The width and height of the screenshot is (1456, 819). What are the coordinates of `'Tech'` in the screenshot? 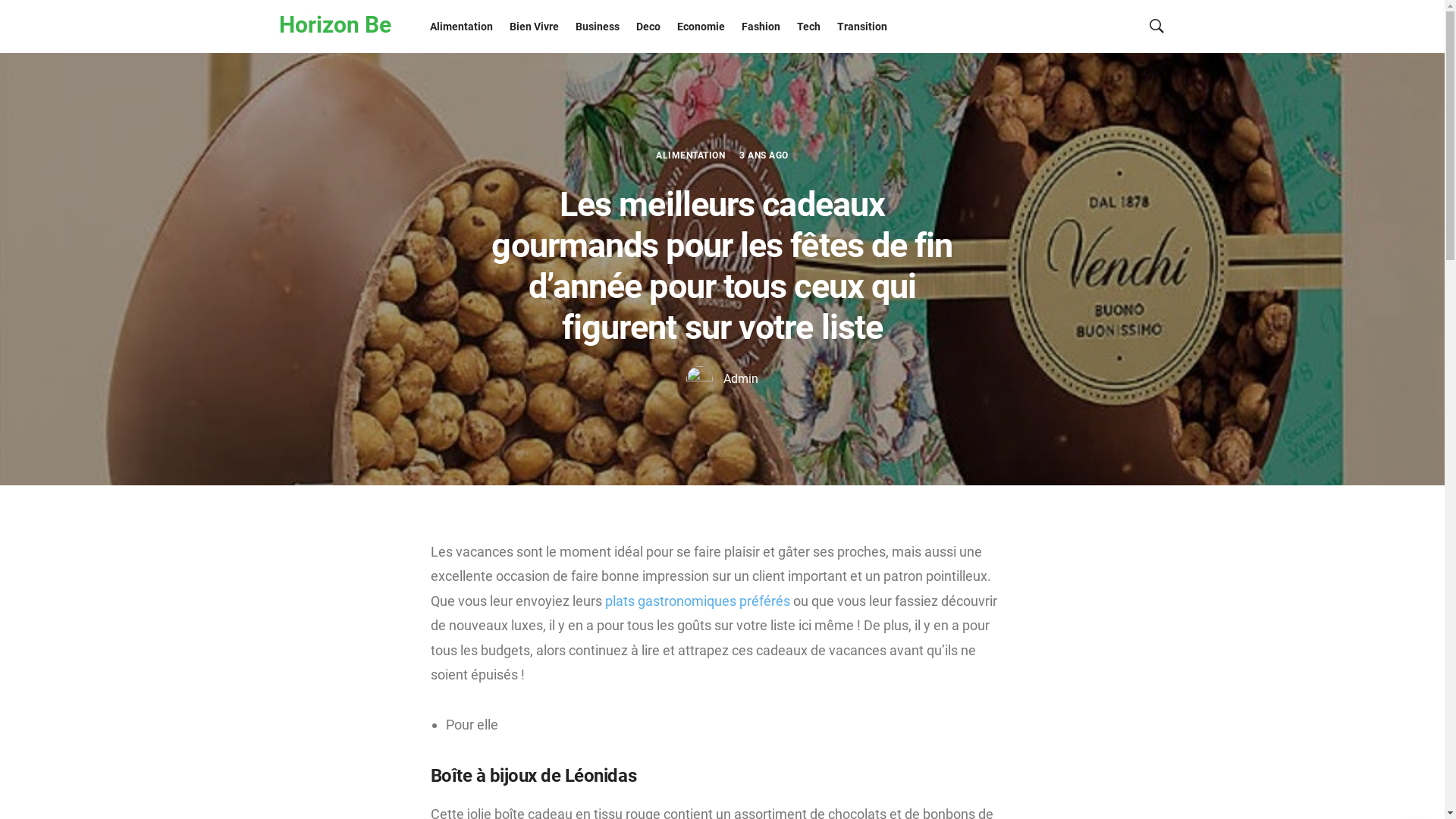 It's located at (808, 26).